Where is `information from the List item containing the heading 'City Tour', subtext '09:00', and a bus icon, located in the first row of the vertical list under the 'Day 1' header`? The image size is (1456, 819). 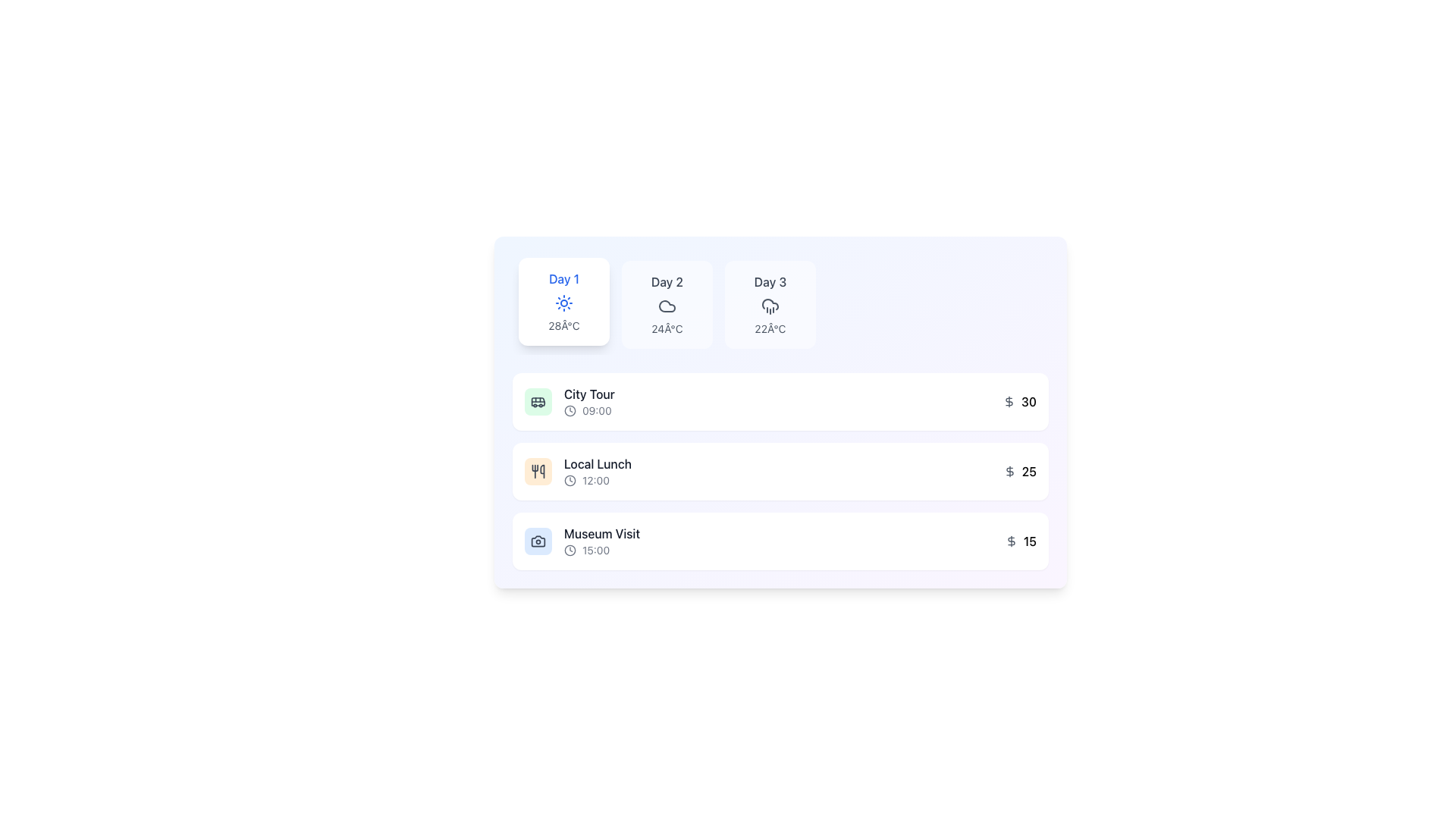 information from the List item containing the heading 'City Tour', subtext '09:00', and a bus icon, located in the first row of the vertical list under the 'Day 1' header is located at coordinates (569, 400).